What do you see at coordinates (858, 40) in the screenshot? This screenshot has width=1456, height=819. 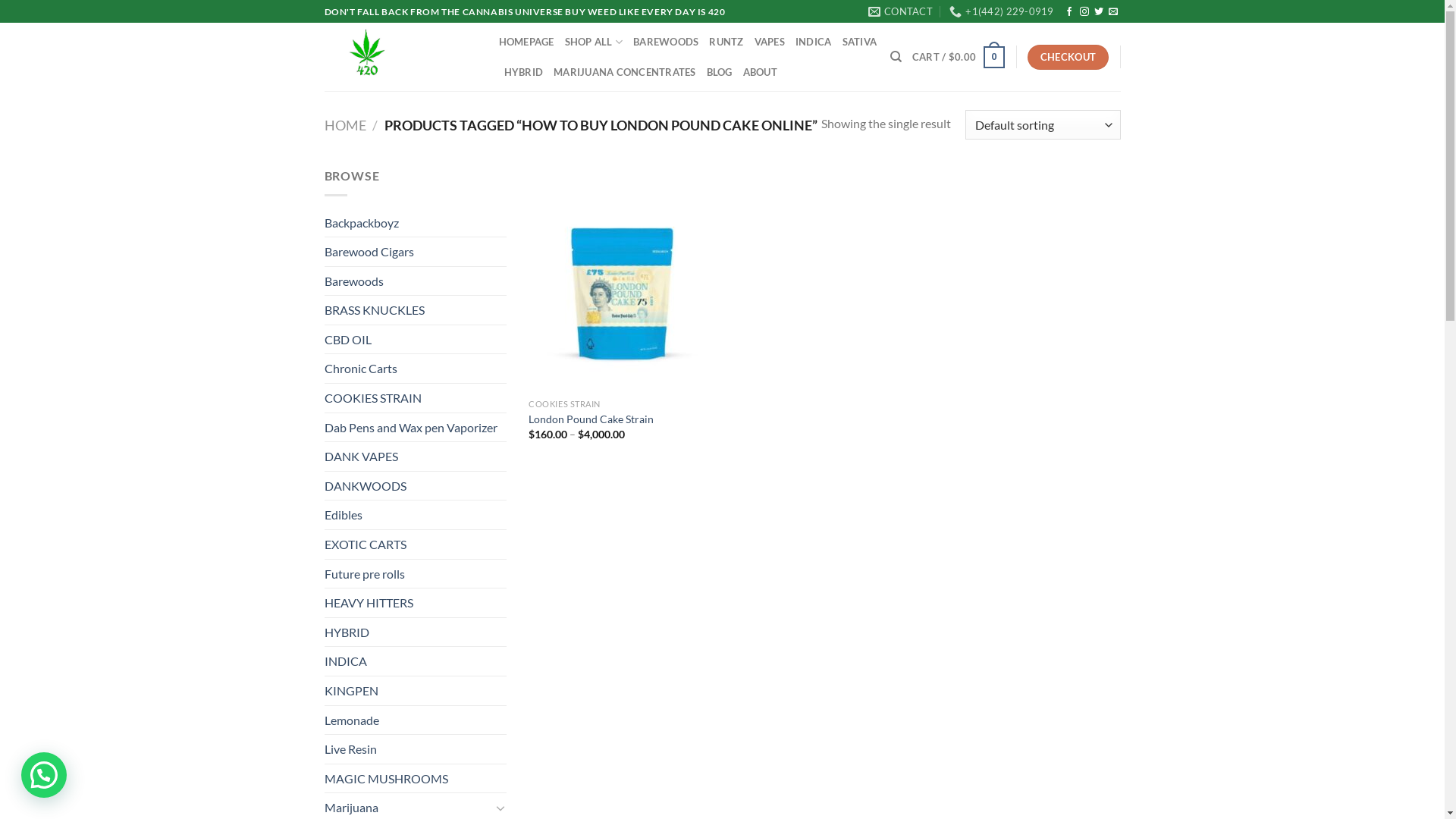 I see `'SATIVA'` at bounding box center [858, 40].